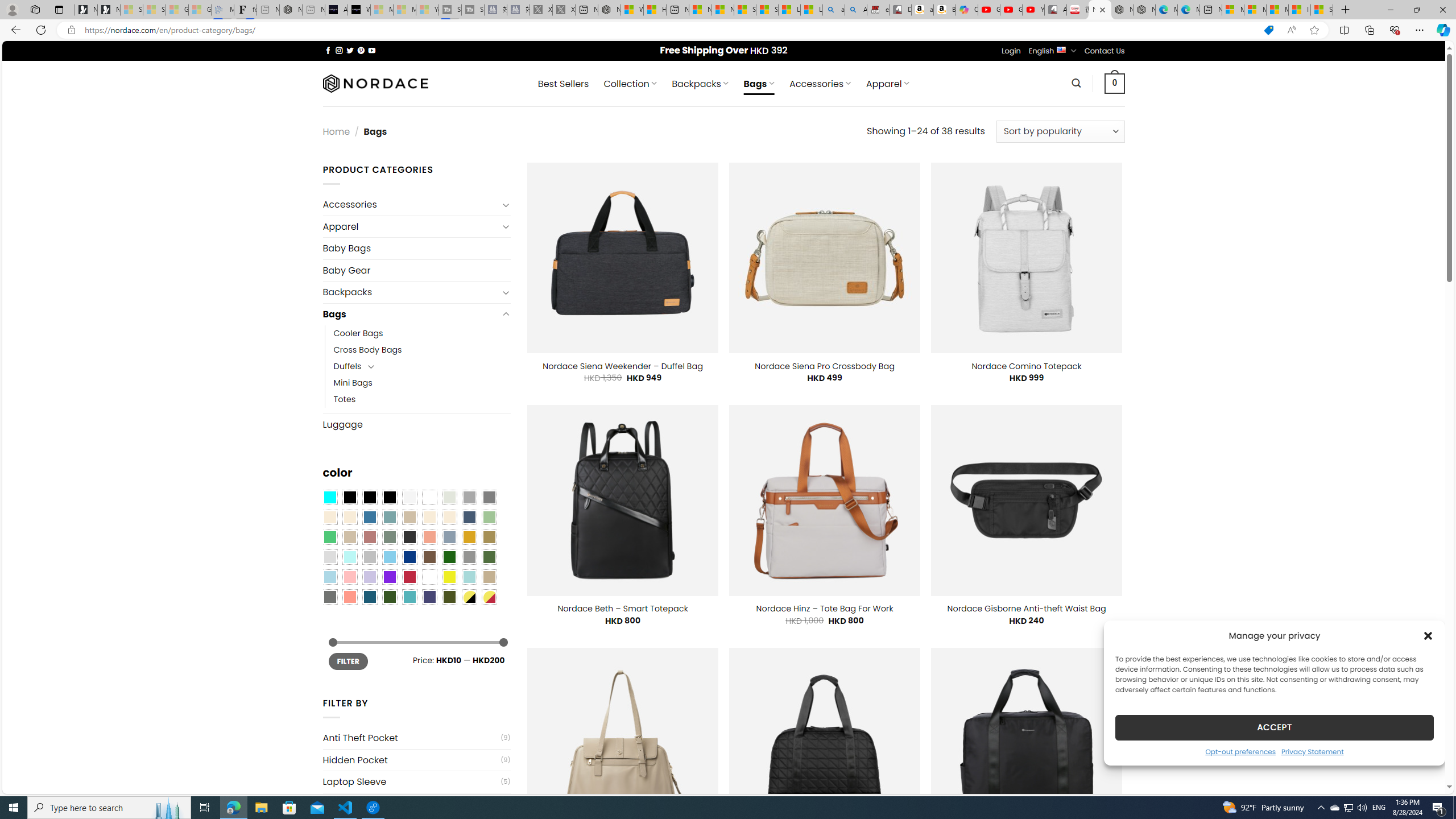  What do you see at coordinates (449, 577) in the screenshot?
I see `'Yellow'` at bounding box center [449, 577].